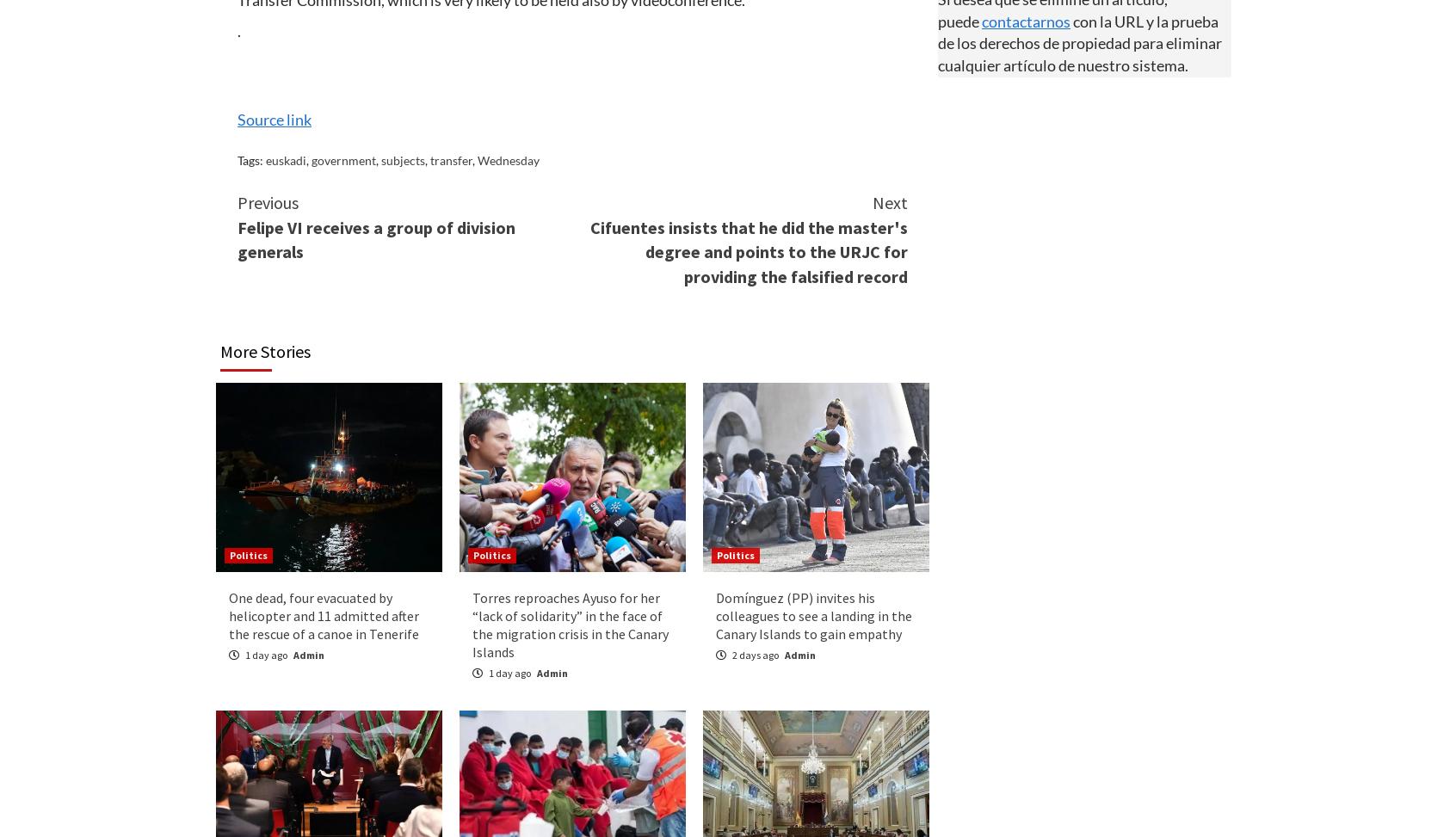  I want to click on 'Tags:', so click(250, 160).